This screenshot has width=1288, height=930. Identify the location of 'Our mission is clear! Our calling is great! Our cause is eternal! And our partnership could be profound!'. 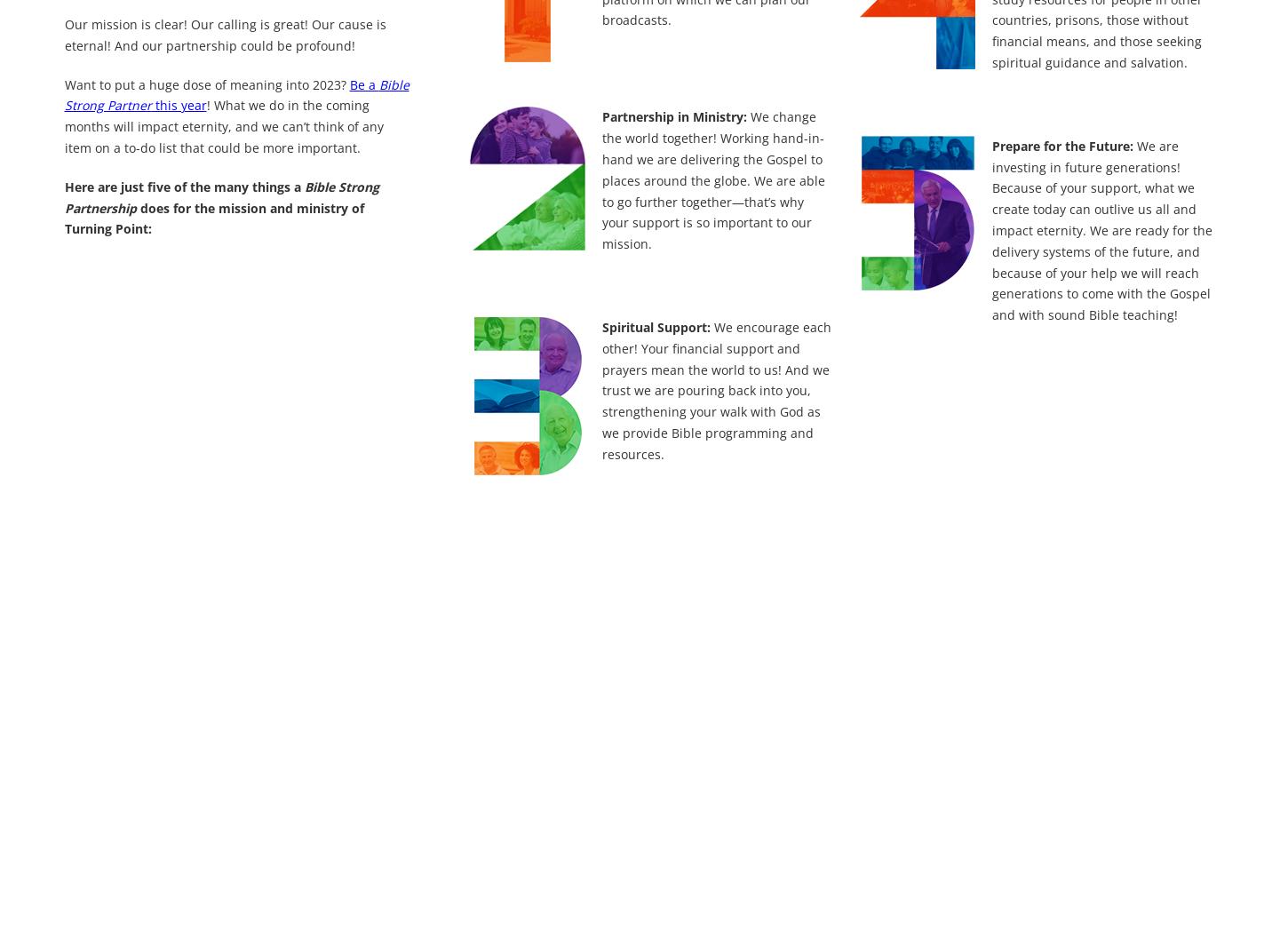
(225, 33).